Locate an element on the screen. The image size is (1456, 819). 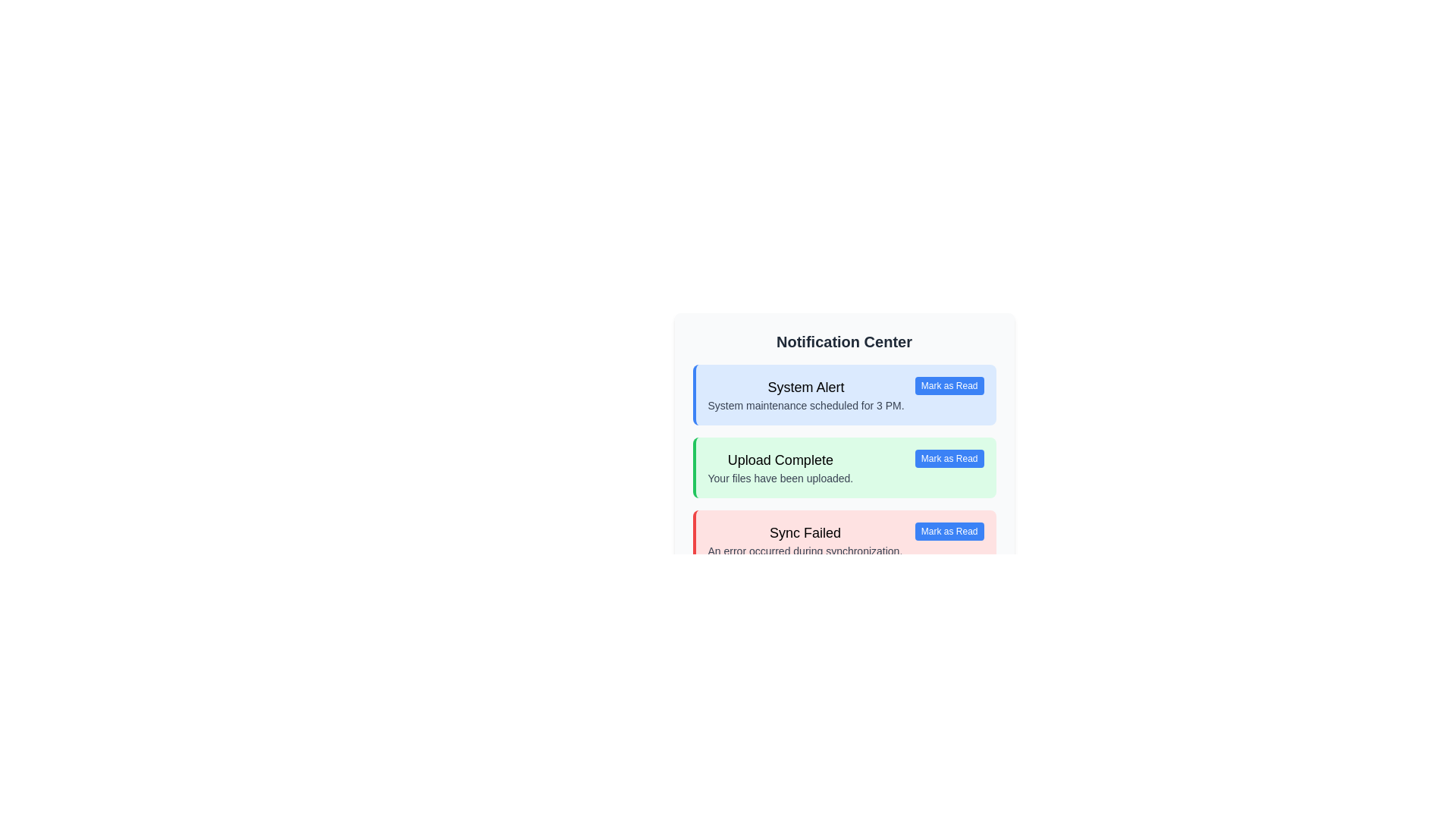
the heading text element is located at coordinates (843, 342).